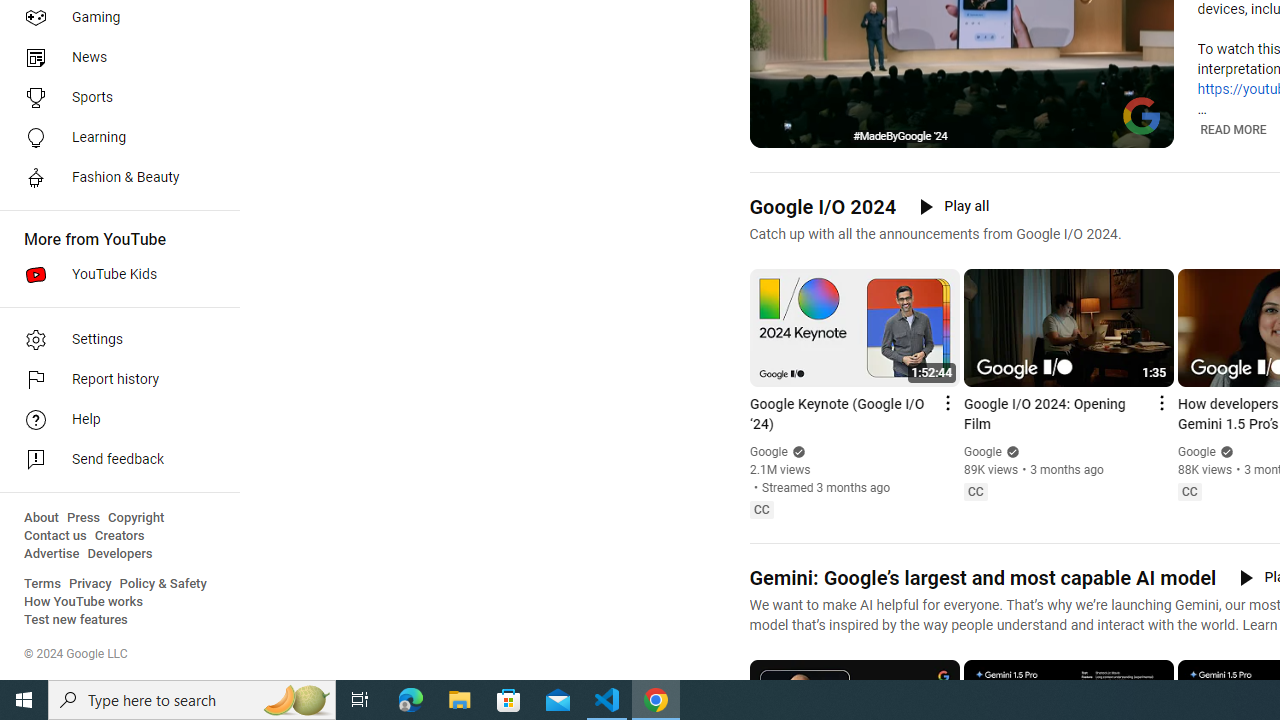  Describe the element at coordinates (112, 380) in the screenshot. I see `'Report history'` at that location.